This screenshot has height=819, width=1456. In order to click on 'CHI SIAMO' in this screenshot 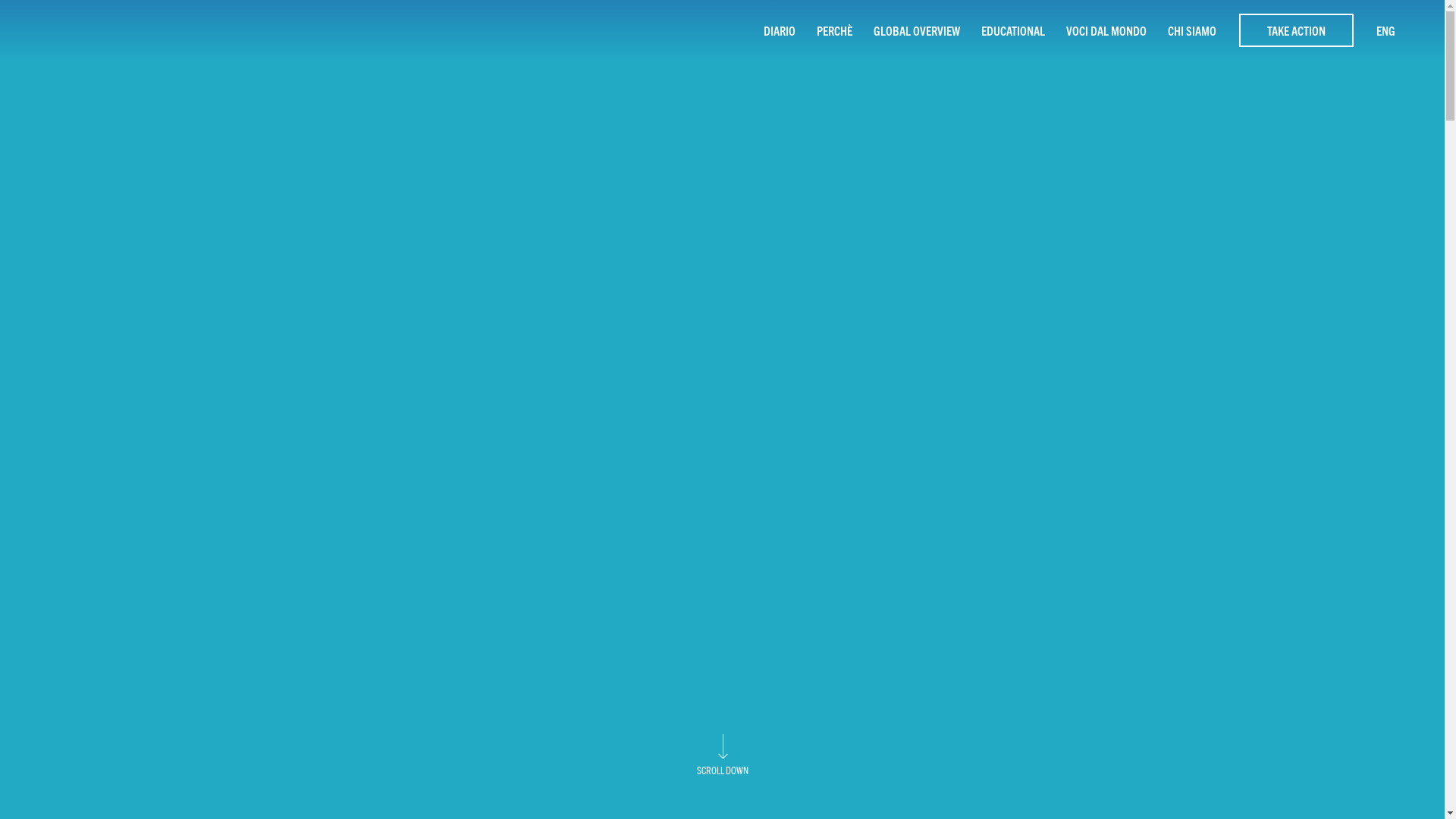, I will do `click(1191, 30)`.